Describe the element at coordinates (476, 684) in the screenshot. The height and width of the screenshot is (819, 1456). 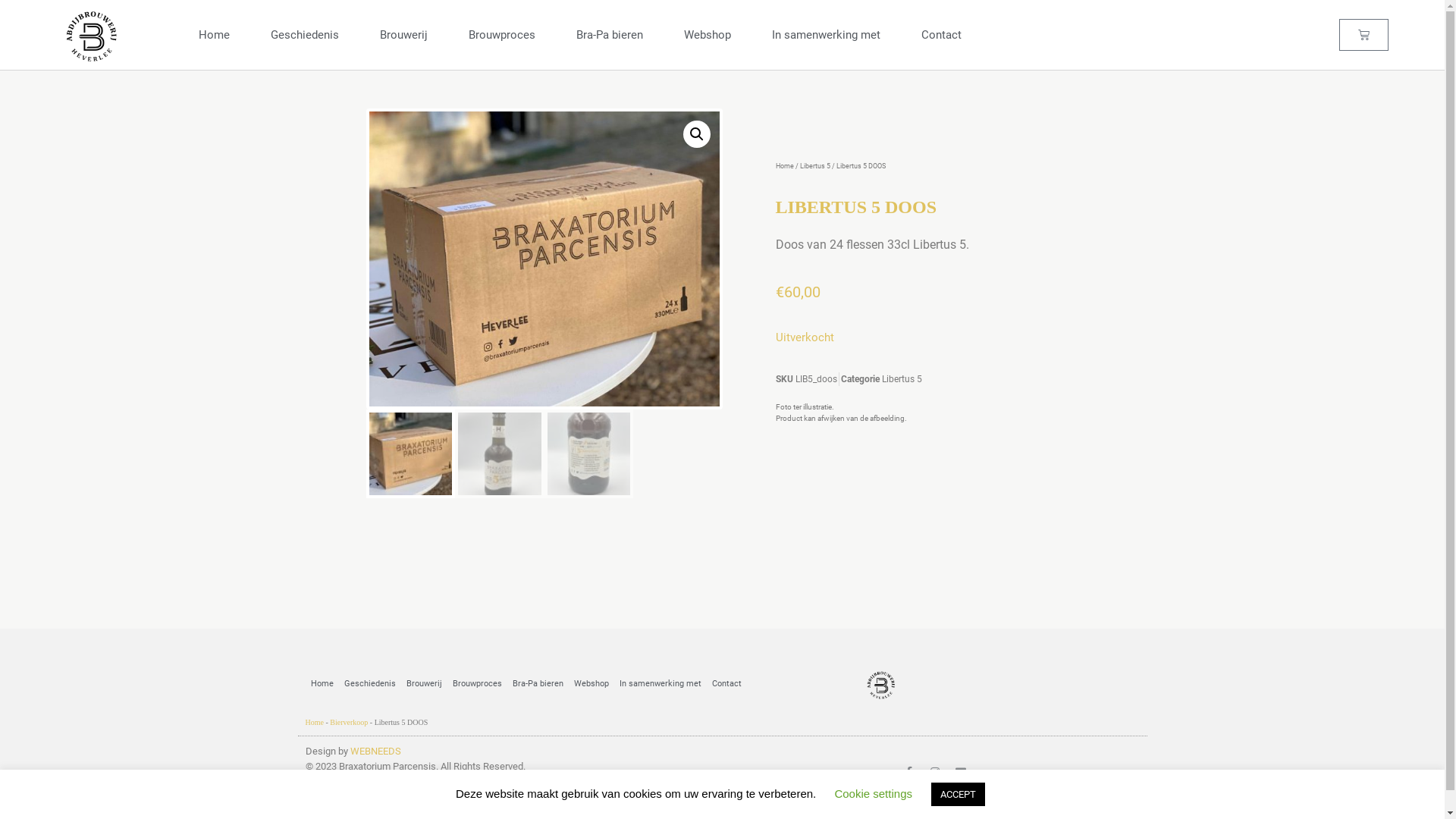
I see `'Brouwproces'` at that location.